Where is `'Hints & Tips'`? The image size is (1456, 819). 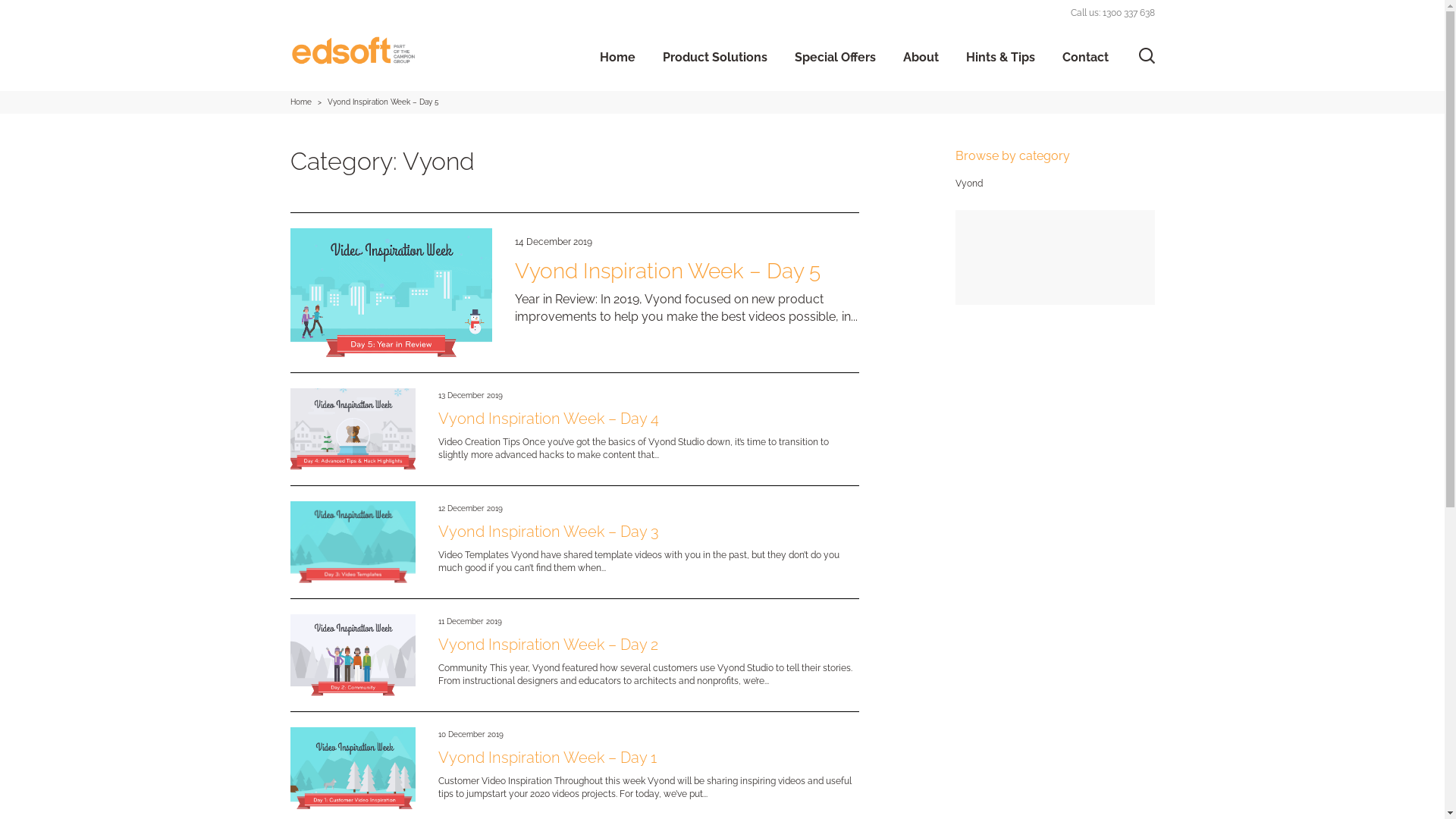 'Hints & Tips' is located at coordinates (965, 56).